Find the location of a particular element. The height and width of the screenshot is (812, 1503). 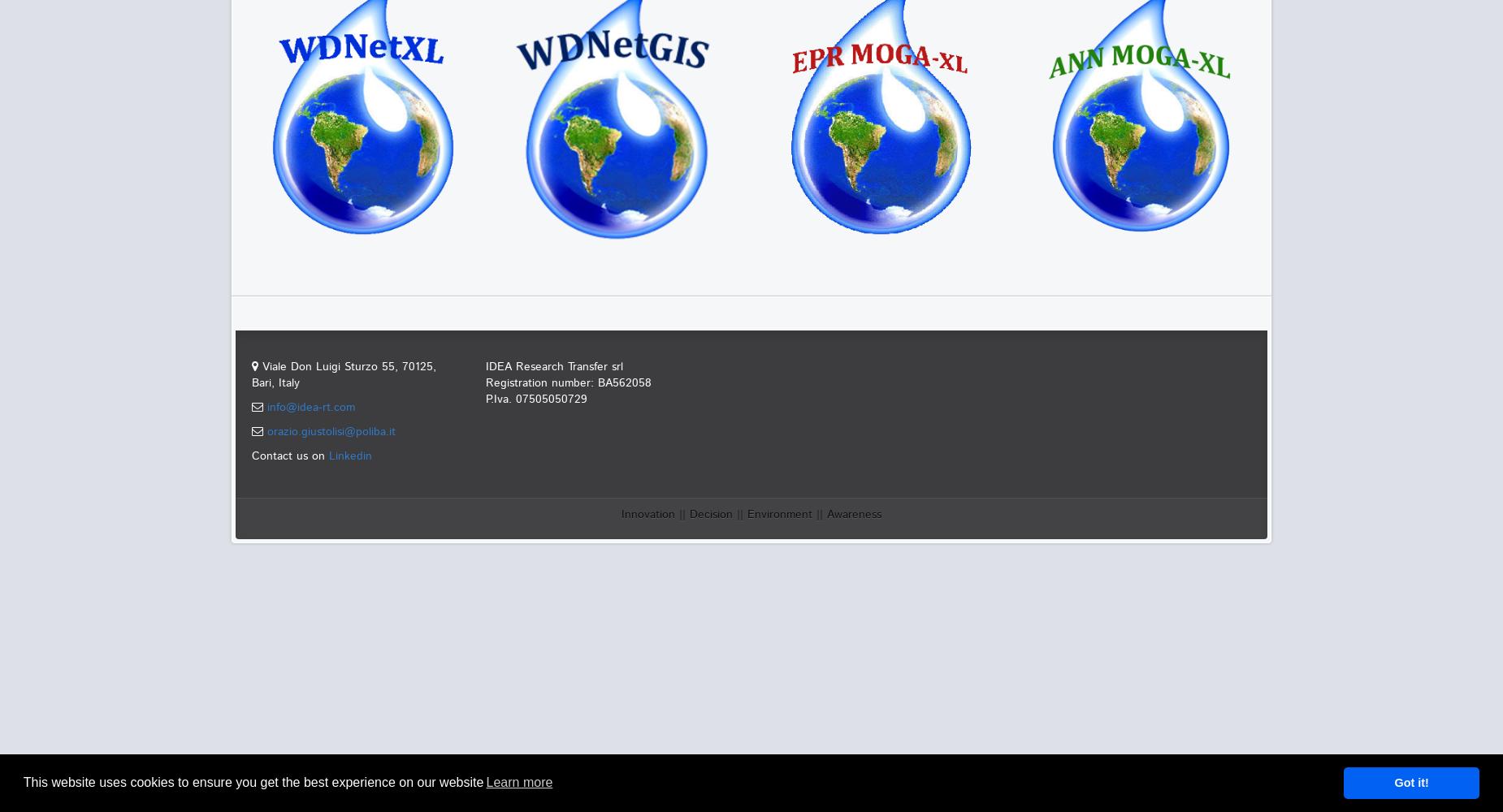

'Innovation || Decision || Environment || Awareness' is located at coordinates (751, 515).